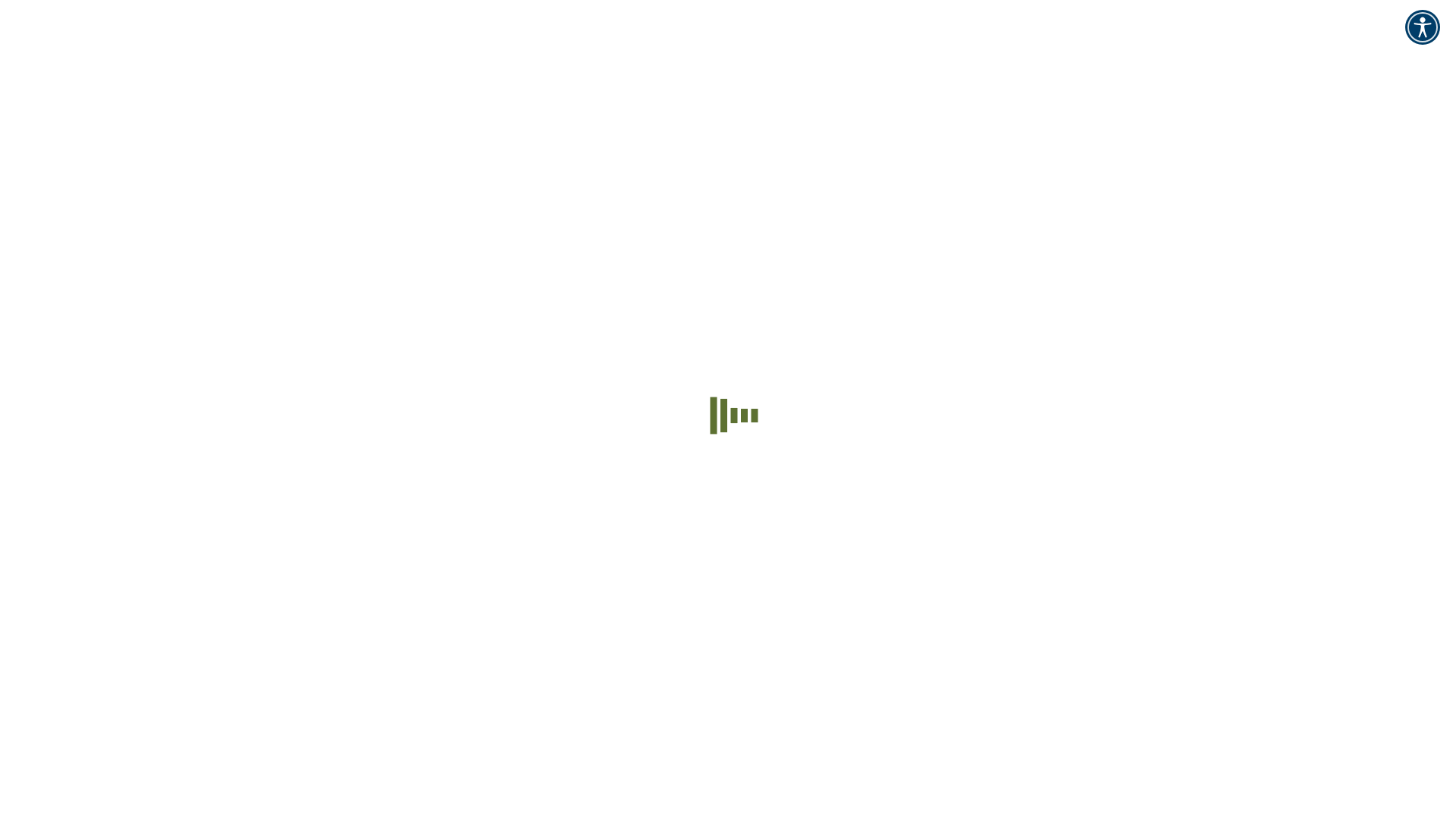  I want to click on 'Toggle fullscreen', so click(42, 641).